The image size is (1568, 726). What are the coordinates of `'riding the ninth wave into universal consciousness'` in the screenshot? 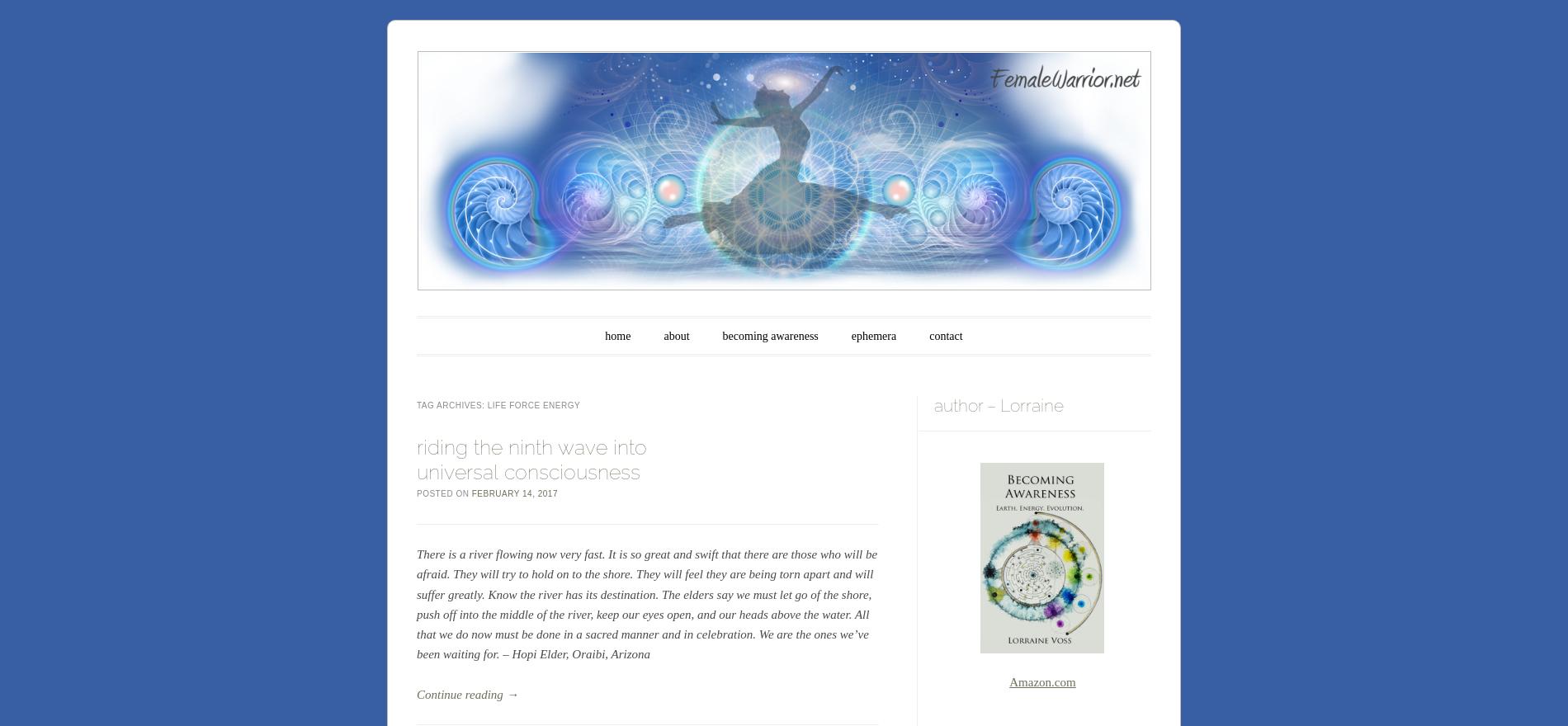 It's located at (531, 459).